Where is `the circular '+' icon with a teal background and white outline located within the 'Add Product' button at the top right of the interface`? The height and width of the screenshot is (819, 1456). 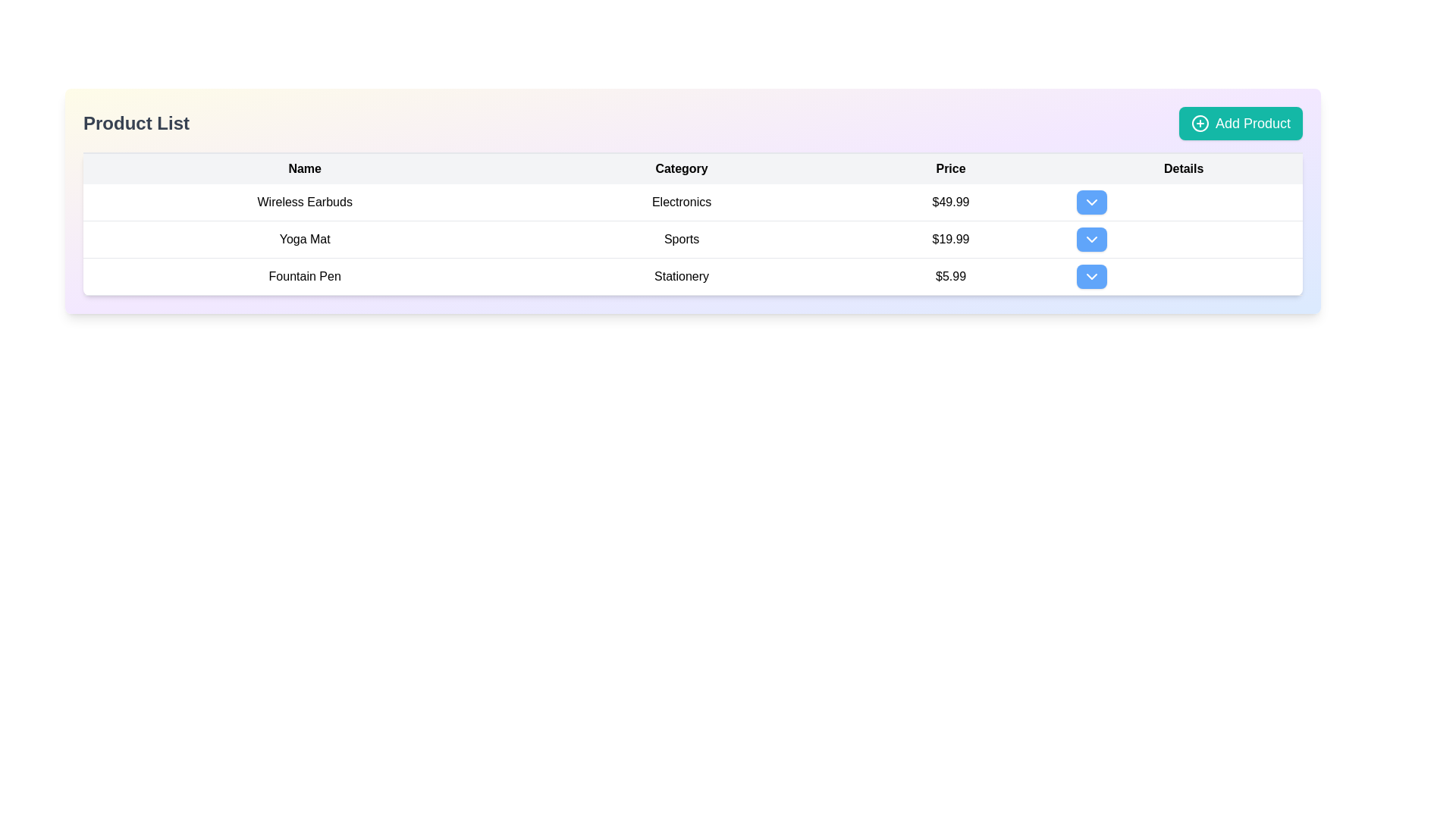
the circular '+' icon with a teal background and white outline located within the 'Add Product' button at the top right of the interface is located at coordinates (1199, 122).